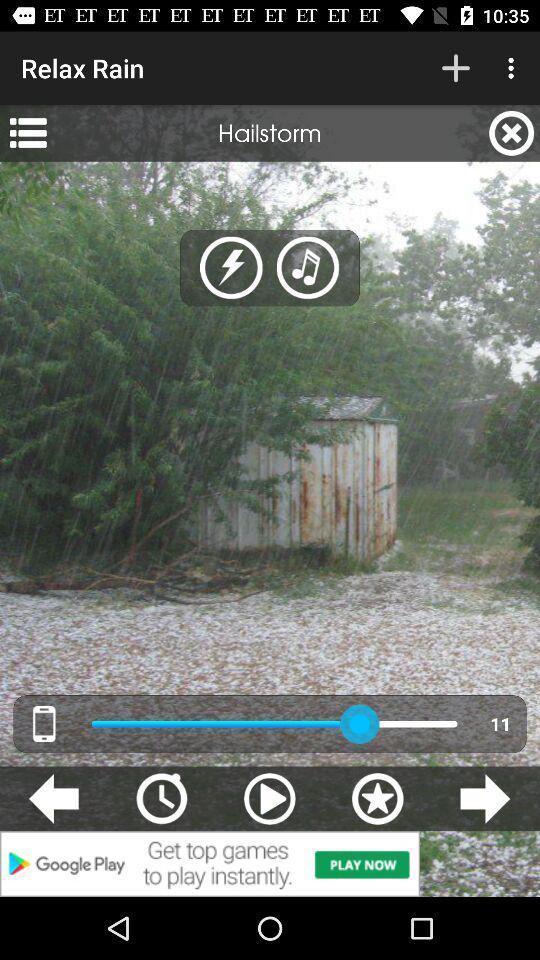 This screenshot has width=540, height=960. Describe the element at coordinates (455, 68) in the screenshot. I see `the icon next to relax rain icon` at that location.